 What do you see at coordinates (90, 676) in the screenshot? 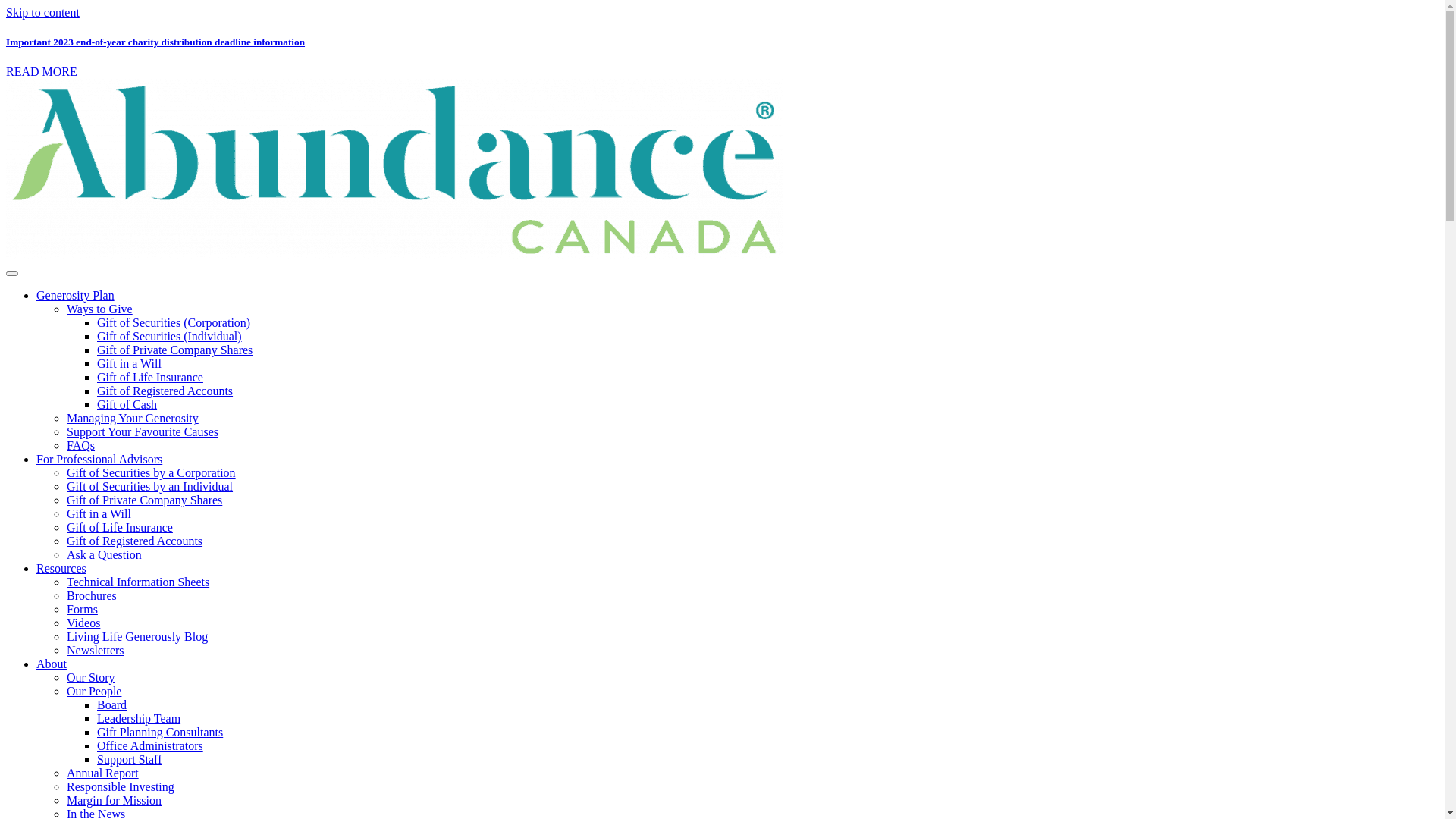
I see `'Our Story'` at bounding box center [90, 676].